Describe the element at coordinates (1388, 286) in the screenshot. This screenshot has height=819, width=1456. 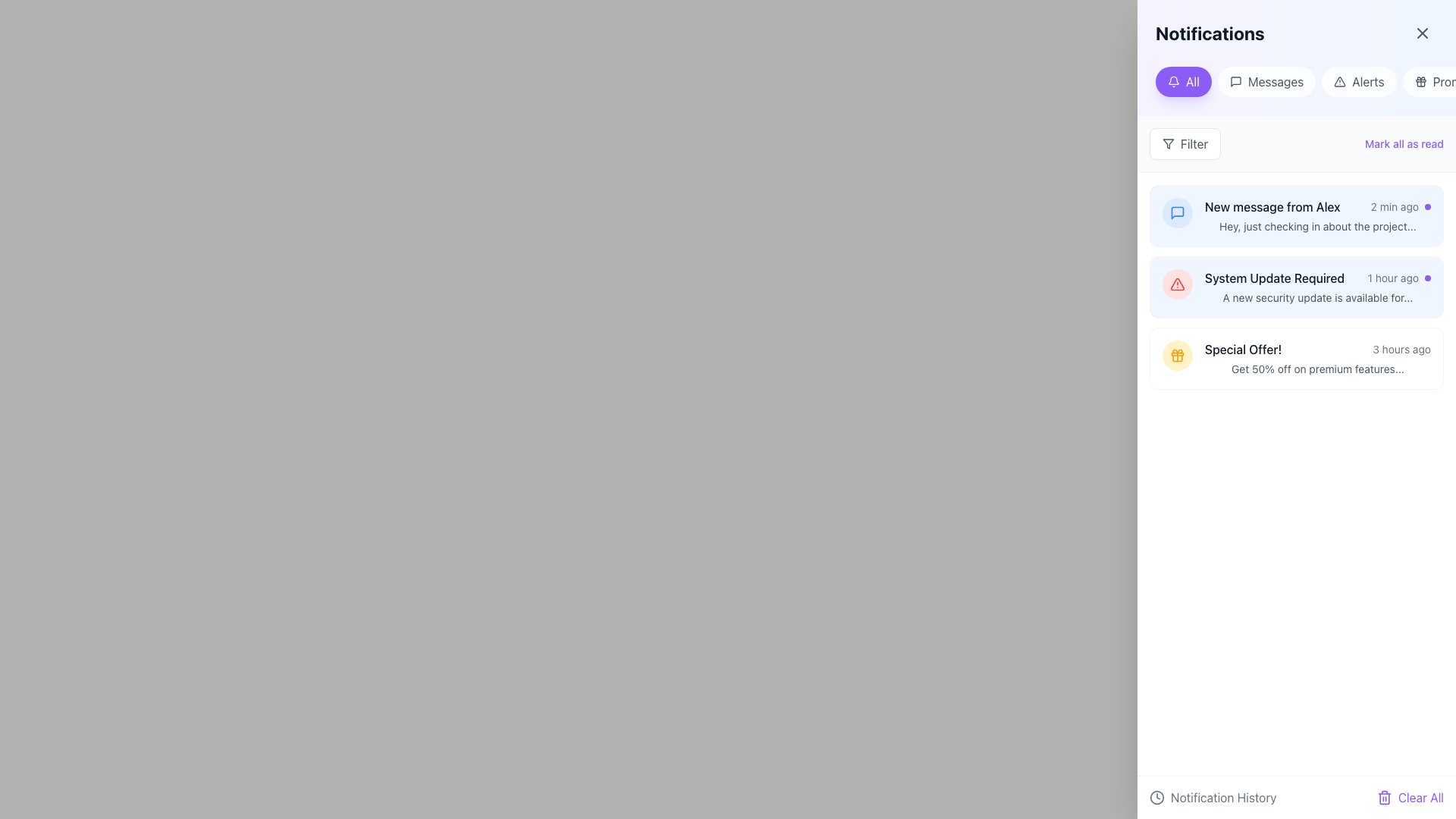
I see `the pin-shaped icon located near the top-right corner of the 'System Update Required' notification` at that location.